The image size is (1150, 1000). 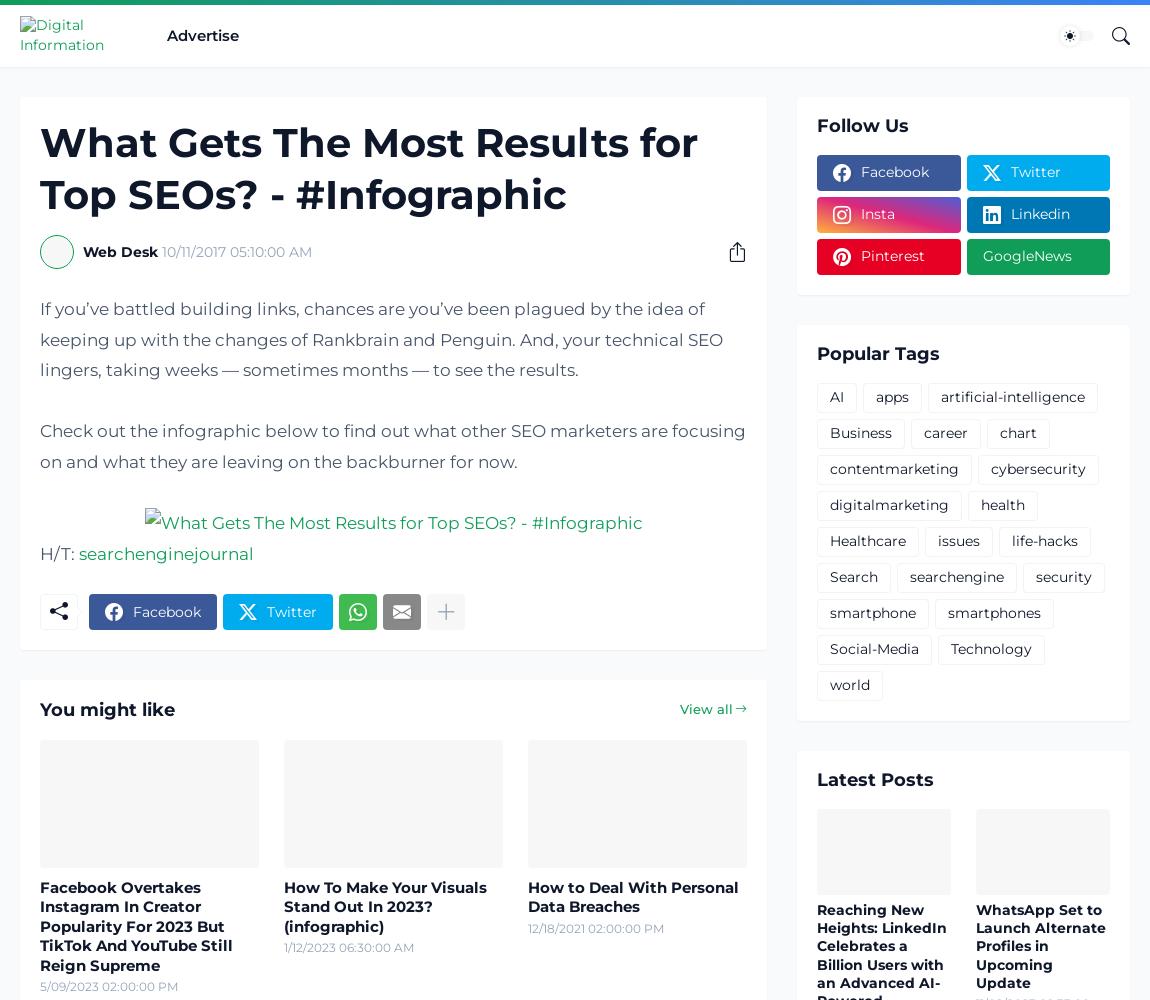 I want to click on 'View all', so click(x=705, y=708).